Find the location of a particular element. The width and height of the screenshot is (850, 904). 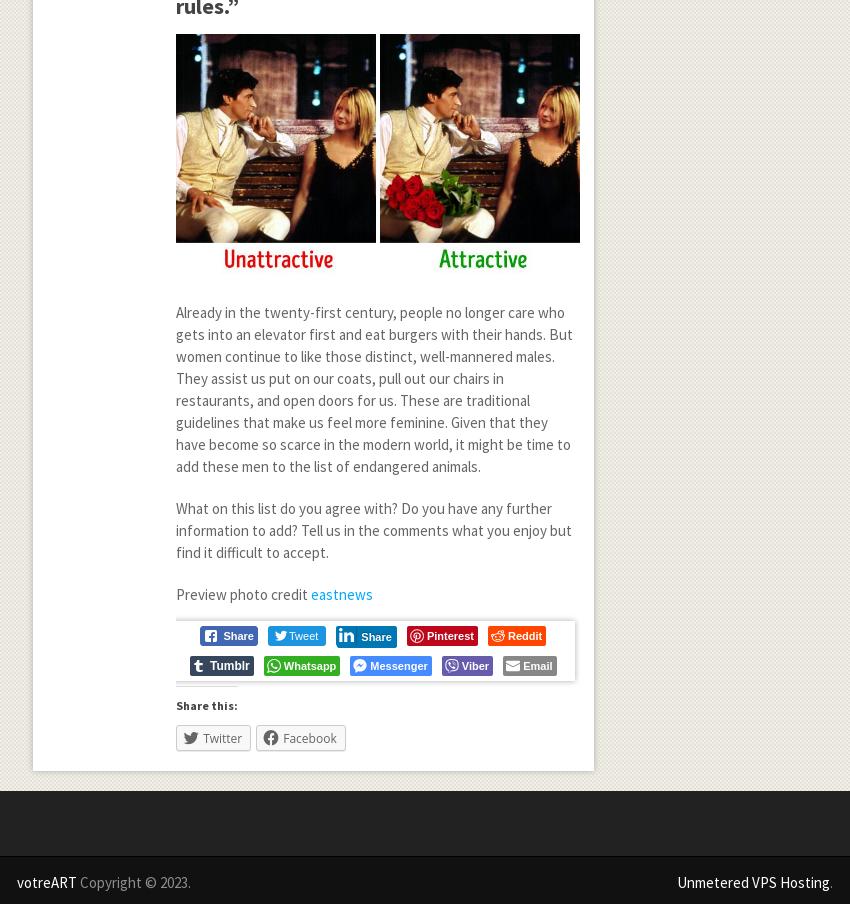

'tumblr' is located at coordinates (229, 664).